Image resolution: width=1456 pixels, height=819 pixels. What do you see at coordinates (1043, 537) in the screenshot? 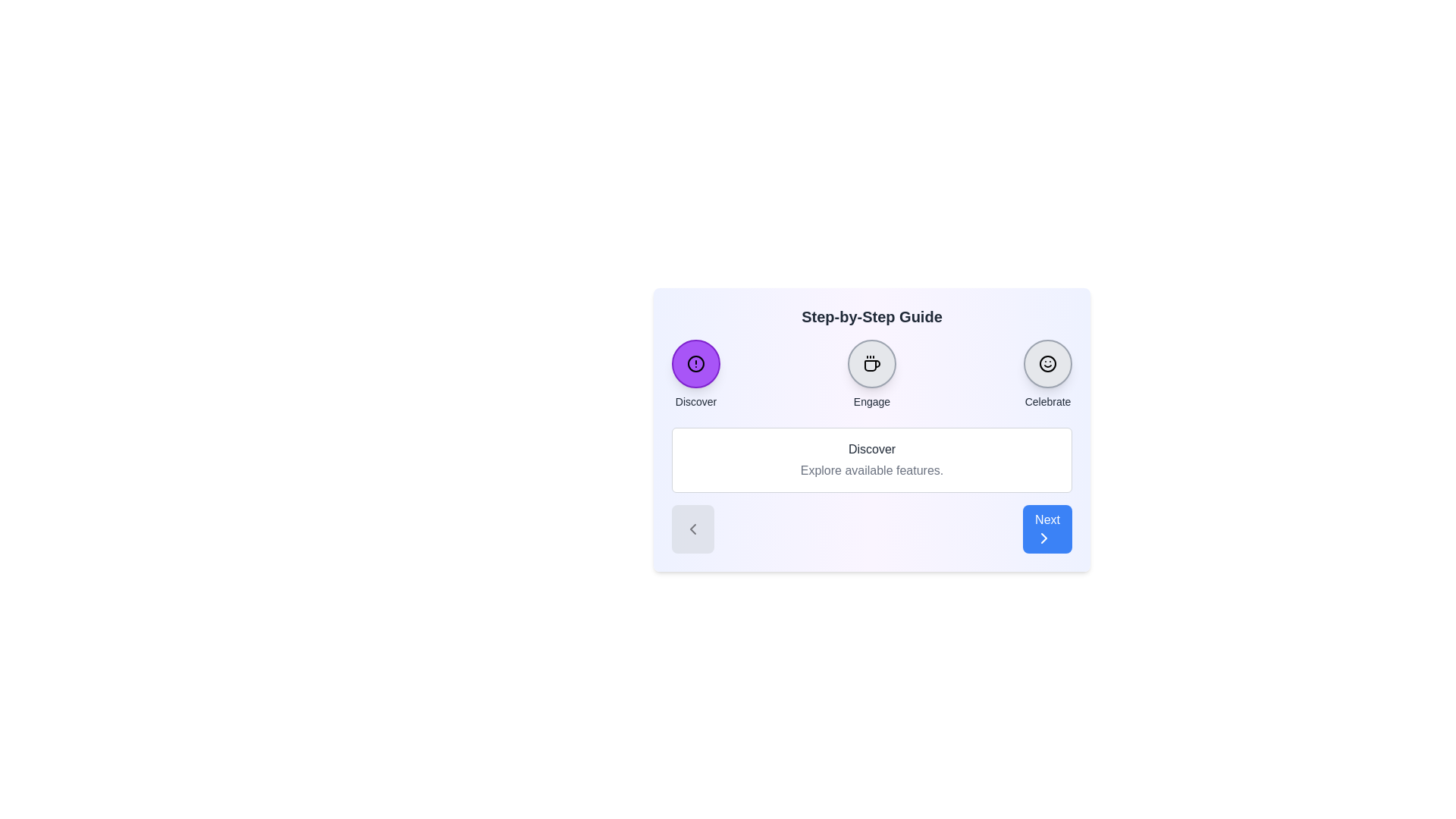
I see `the right-facing chevron-style arrow icon located at the bottom-right corner of the interface within the blue-colored 'Next' button` at bounding box center [1043, 537].